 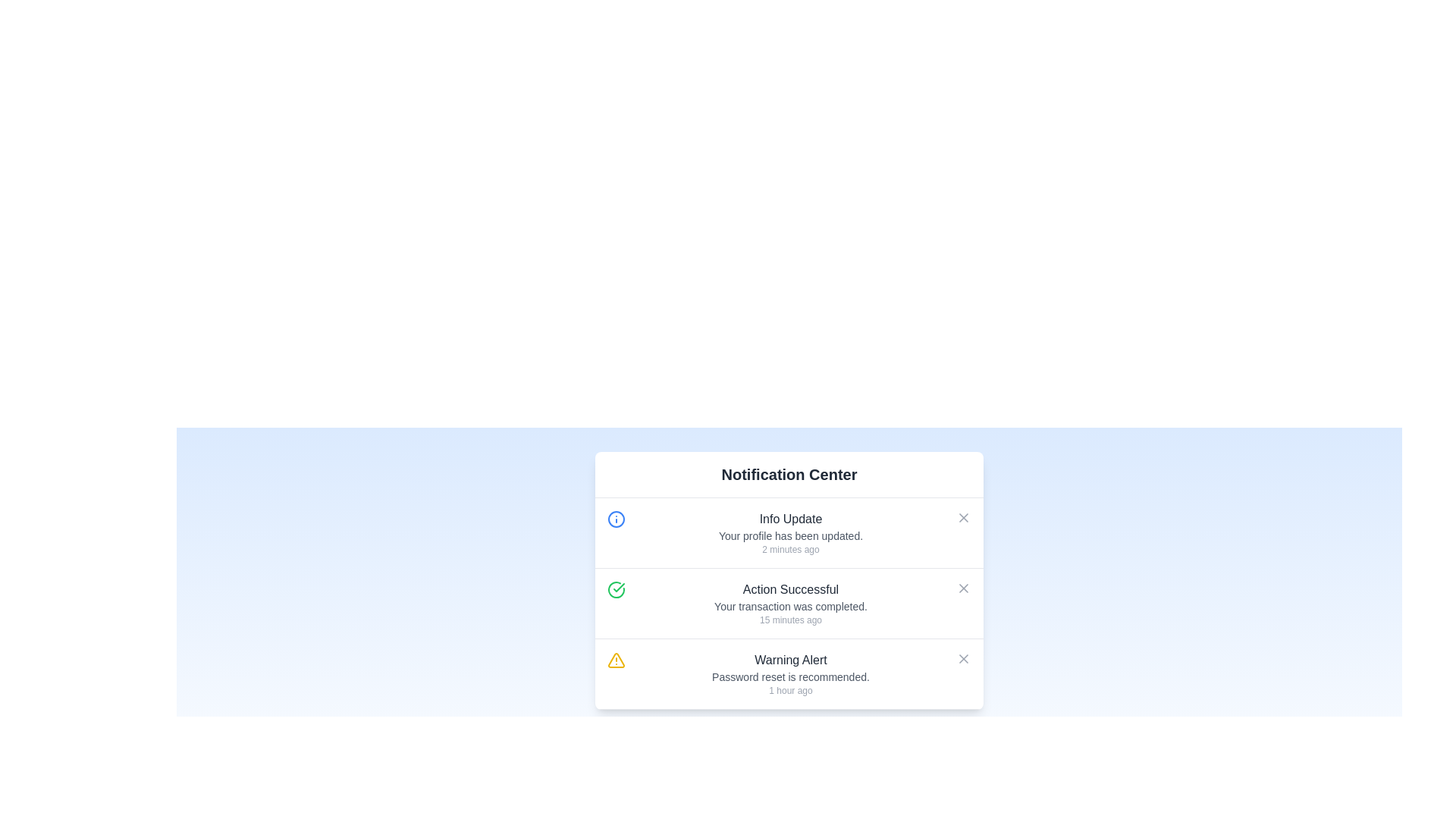 I want to click on the Close icon button located at the far right of the first notification in the vertically stacked list, so click(x=963, y=516).